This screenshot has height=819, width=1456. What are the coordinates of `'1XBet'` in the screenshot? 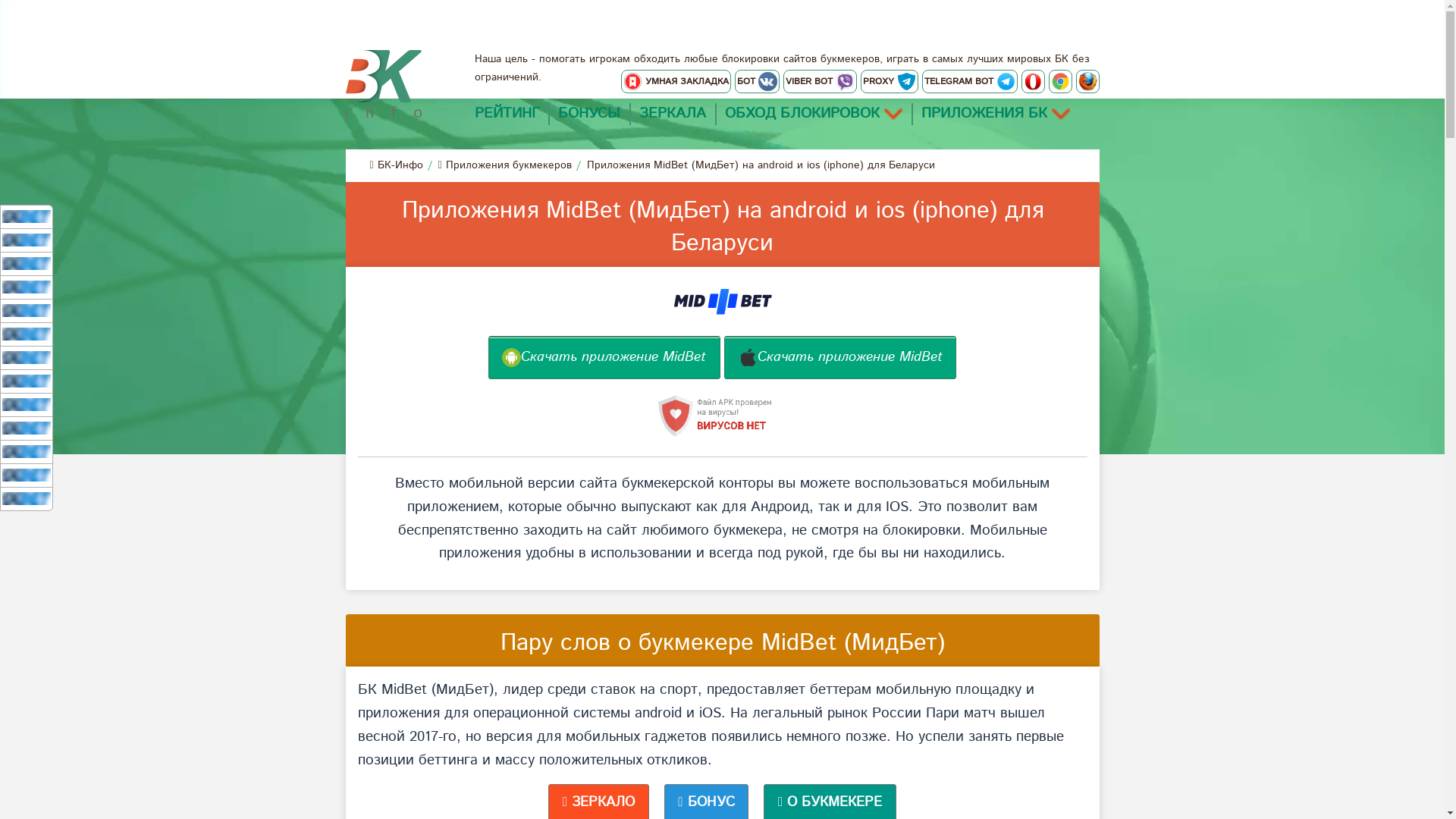 It's located at (26, 216).